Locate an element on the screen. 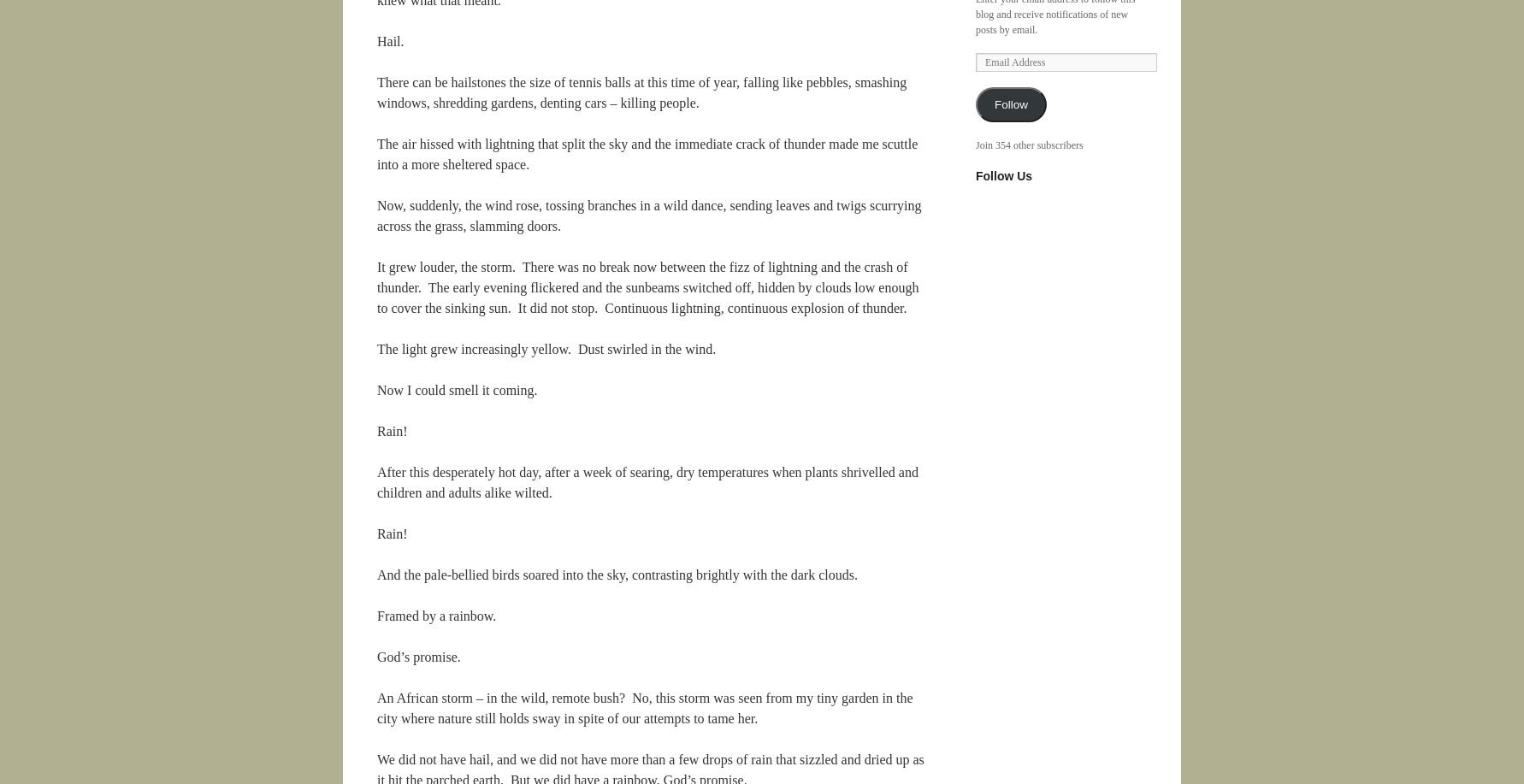 This screenshot has height=784, width=1524. 'The light grew increasingly yellow.  Dust swirled in the wind.' is located at coordinates (546, 349).